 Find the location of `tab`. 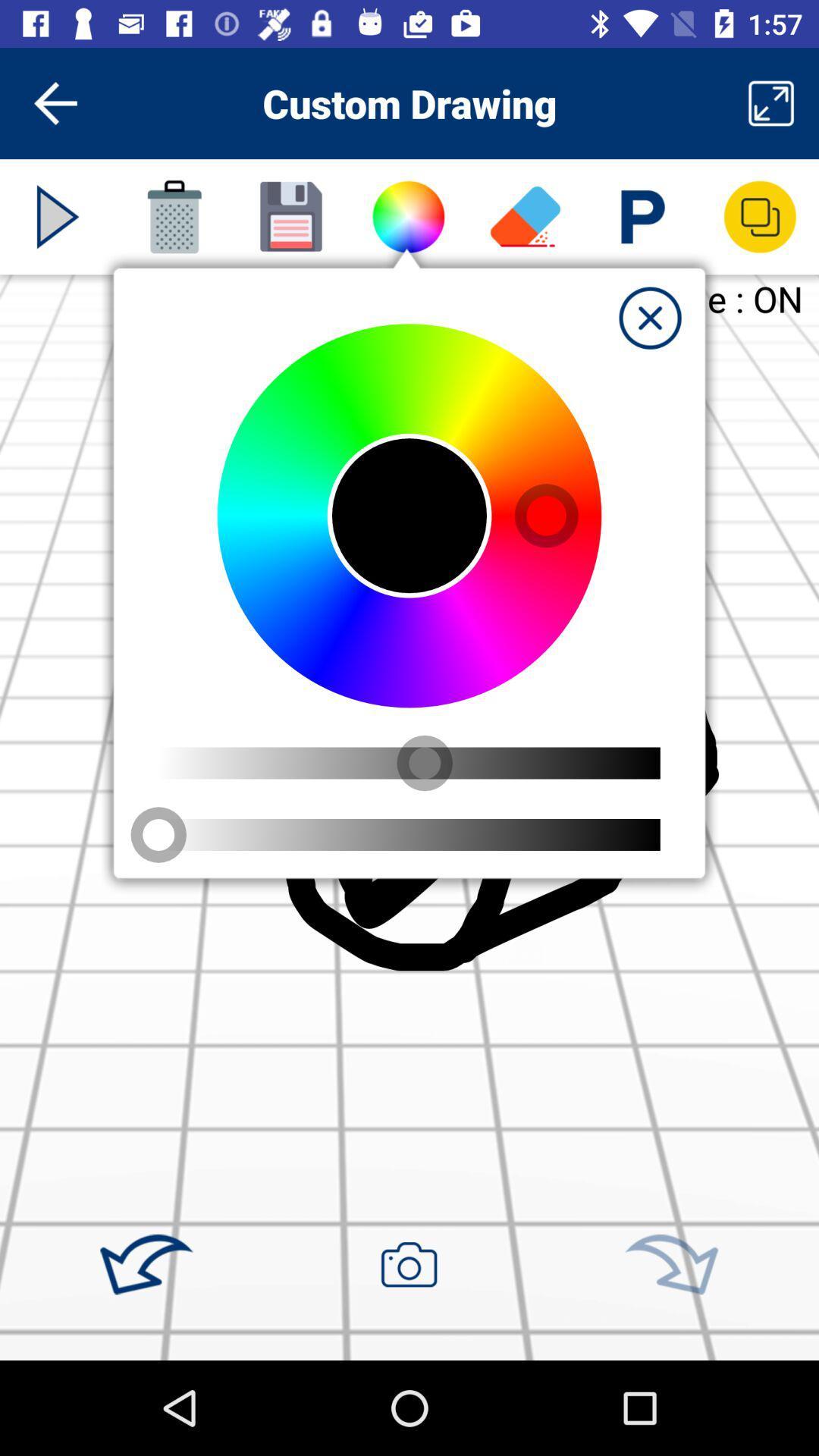

tab is located at coordinates (649, 317).